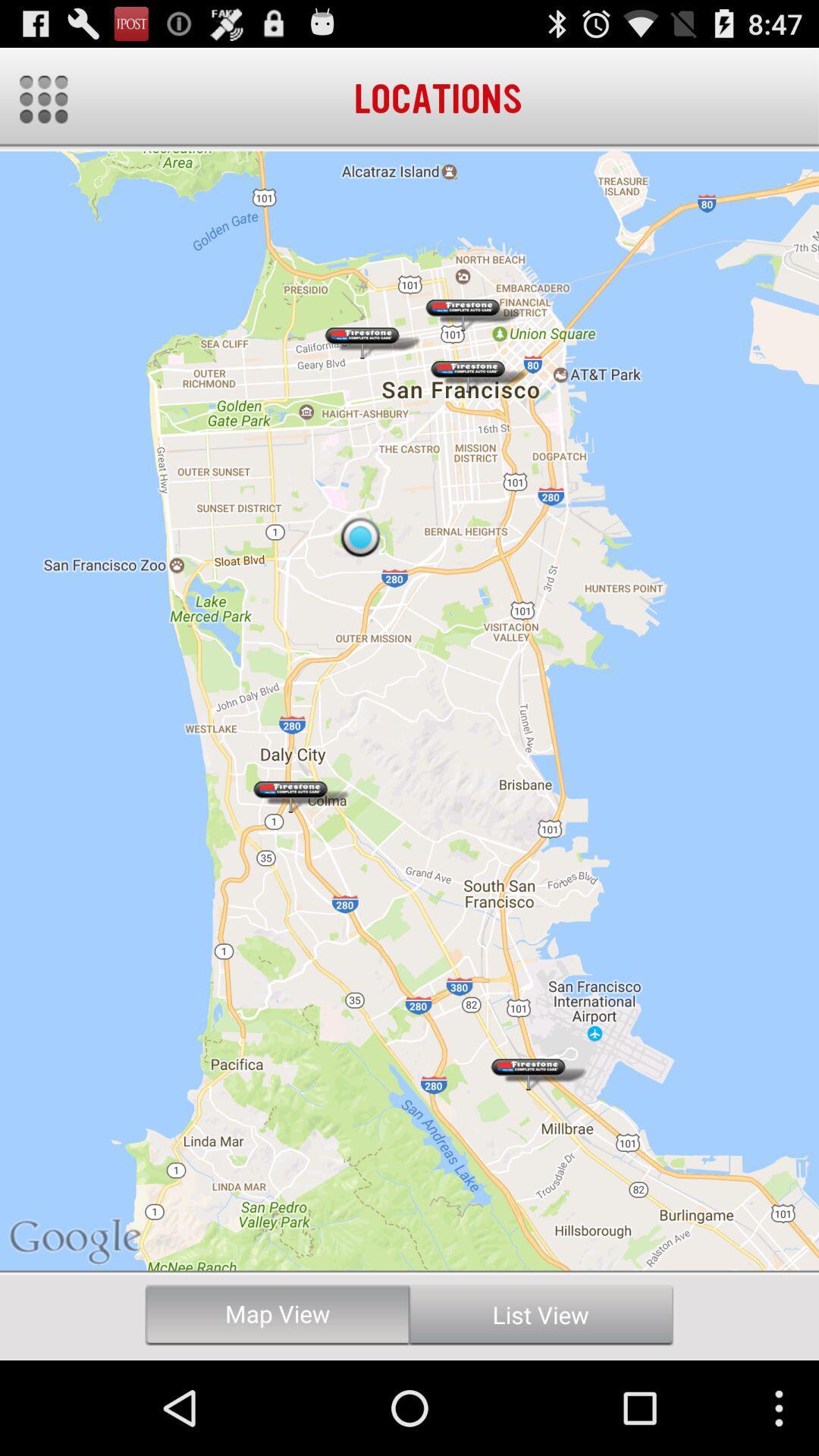  Describe the element at coordinates (42, 99) in the screenshot. I see `open menu` at that location.